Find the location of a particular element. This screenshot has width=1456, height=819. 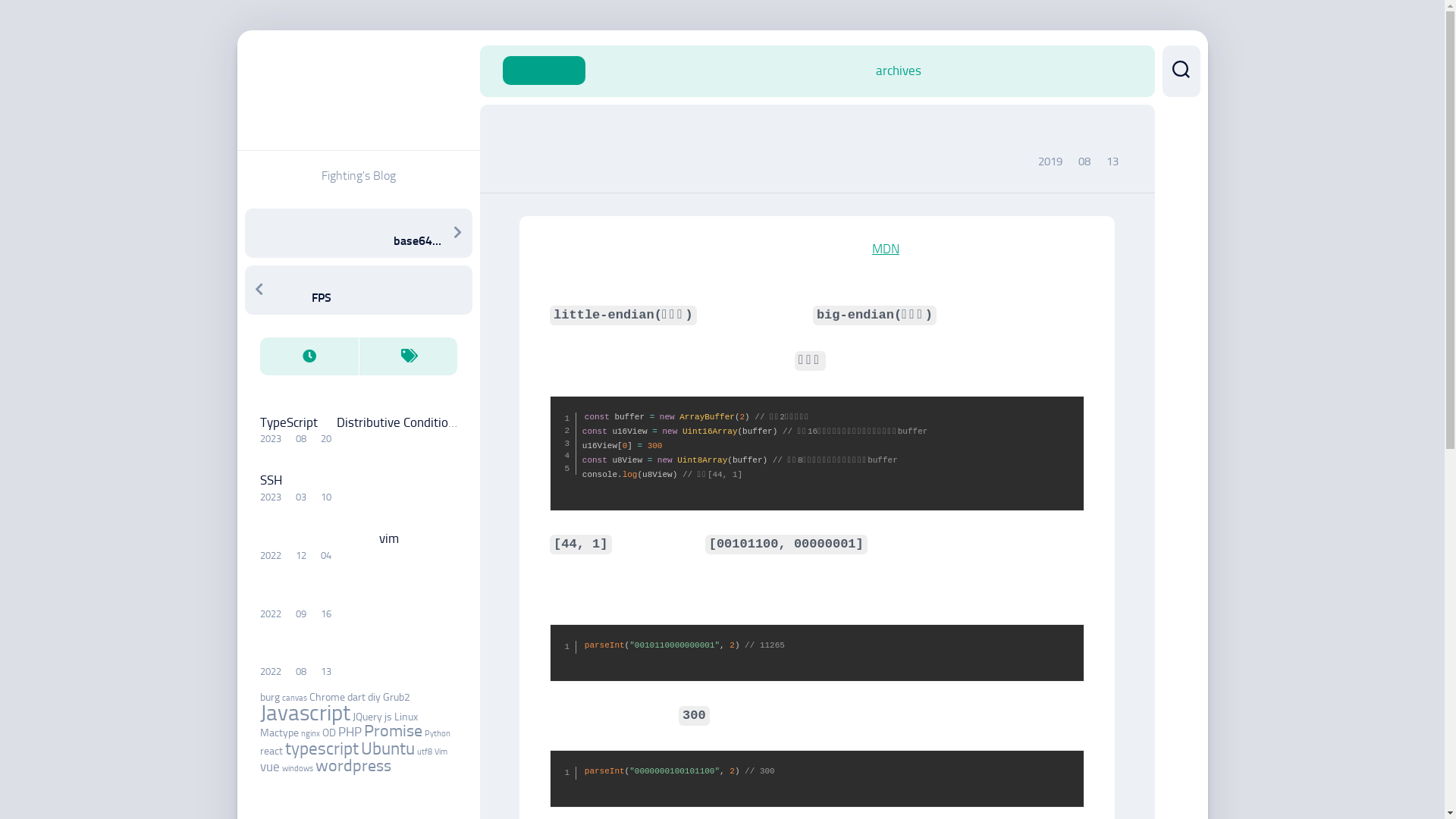

'windows' is located at coordinates (297, 768).